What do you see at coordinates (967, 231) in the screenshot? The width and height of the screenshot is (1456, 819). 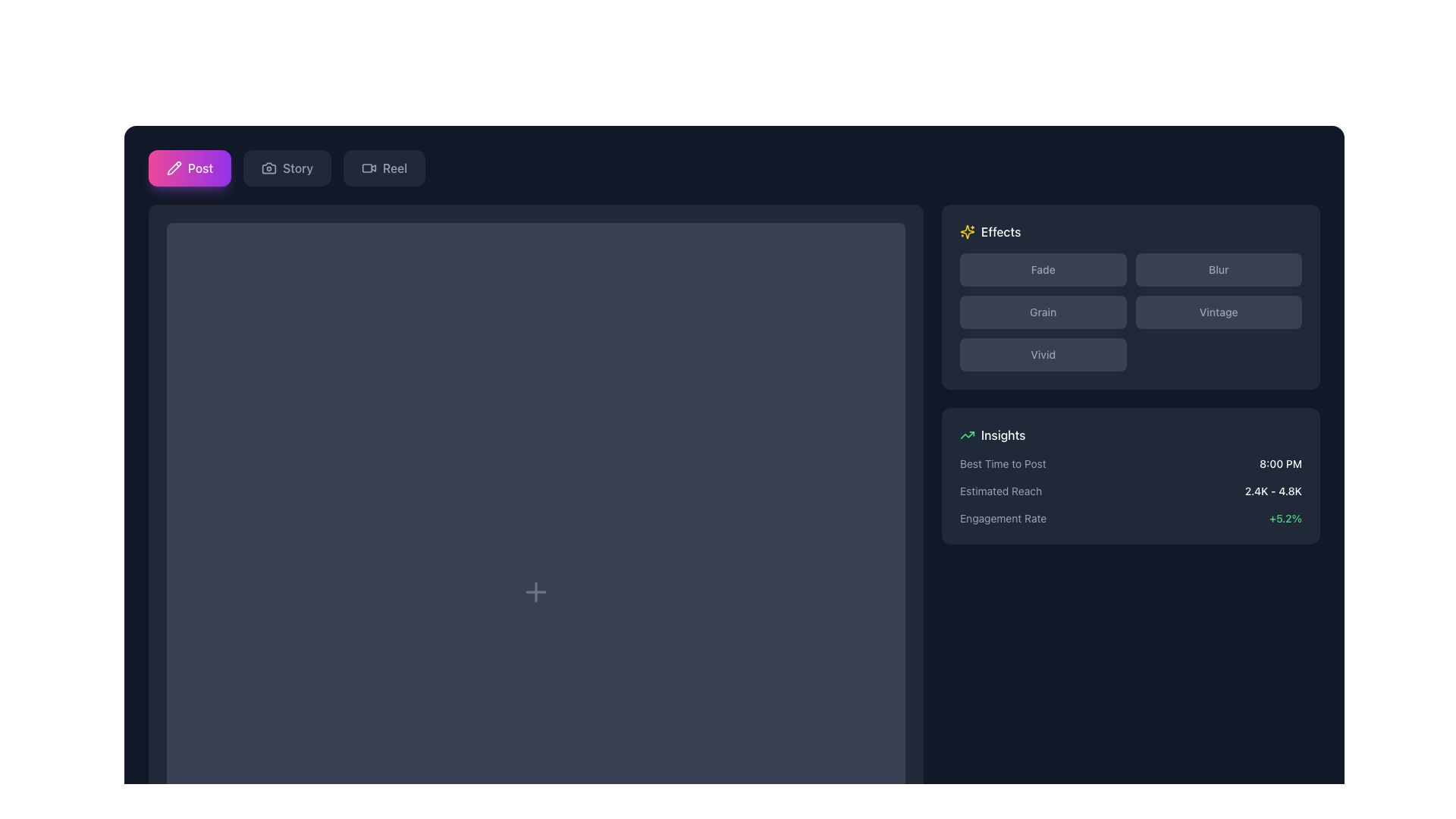 I see `the yellow outlined sparkles icon located to the left of the 'Effects' label in the header of the 'Effects' section` at bounding box center [967, 231].